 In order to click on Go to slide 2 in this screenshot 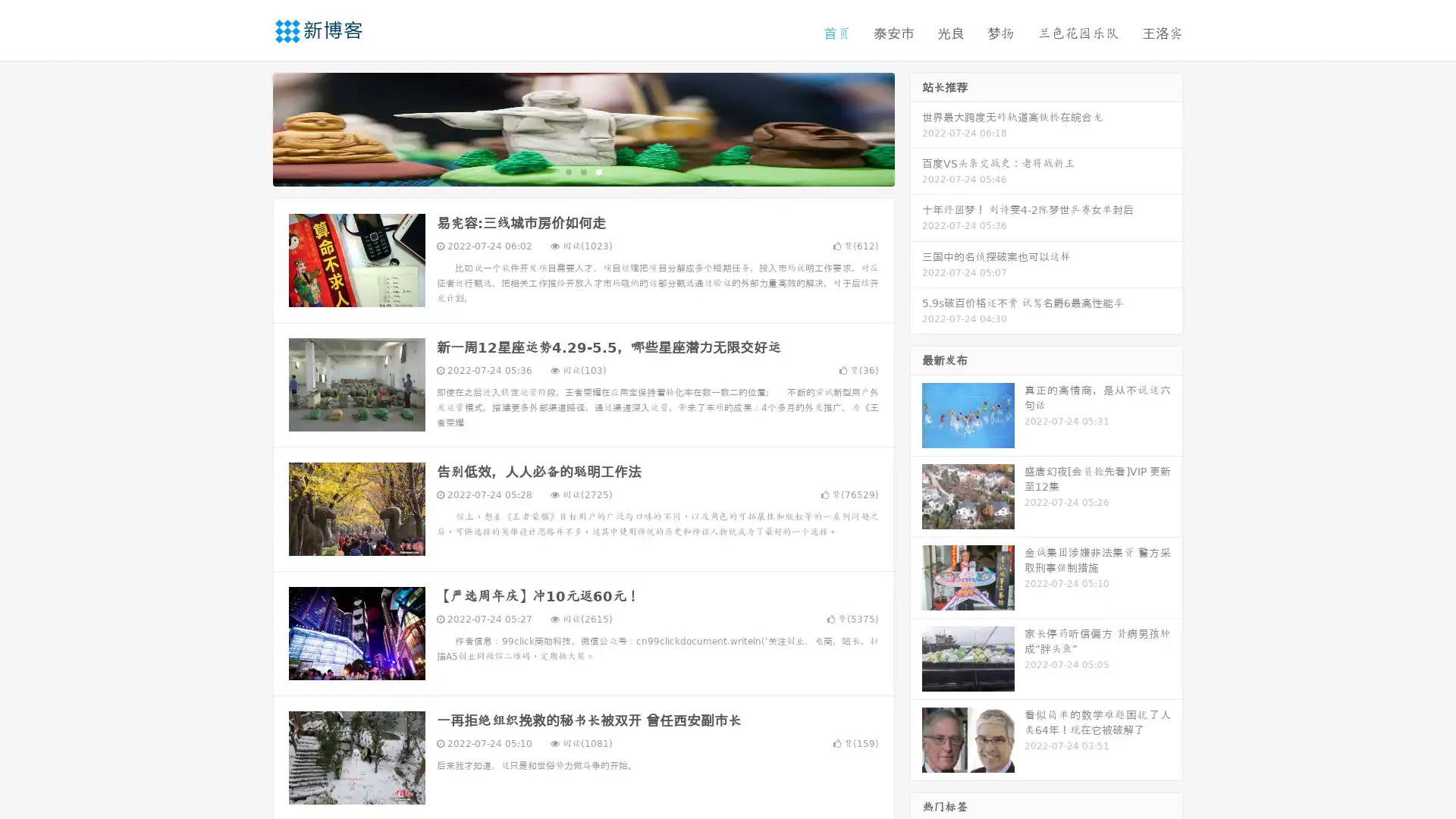, I will do `click(582, 171)`.